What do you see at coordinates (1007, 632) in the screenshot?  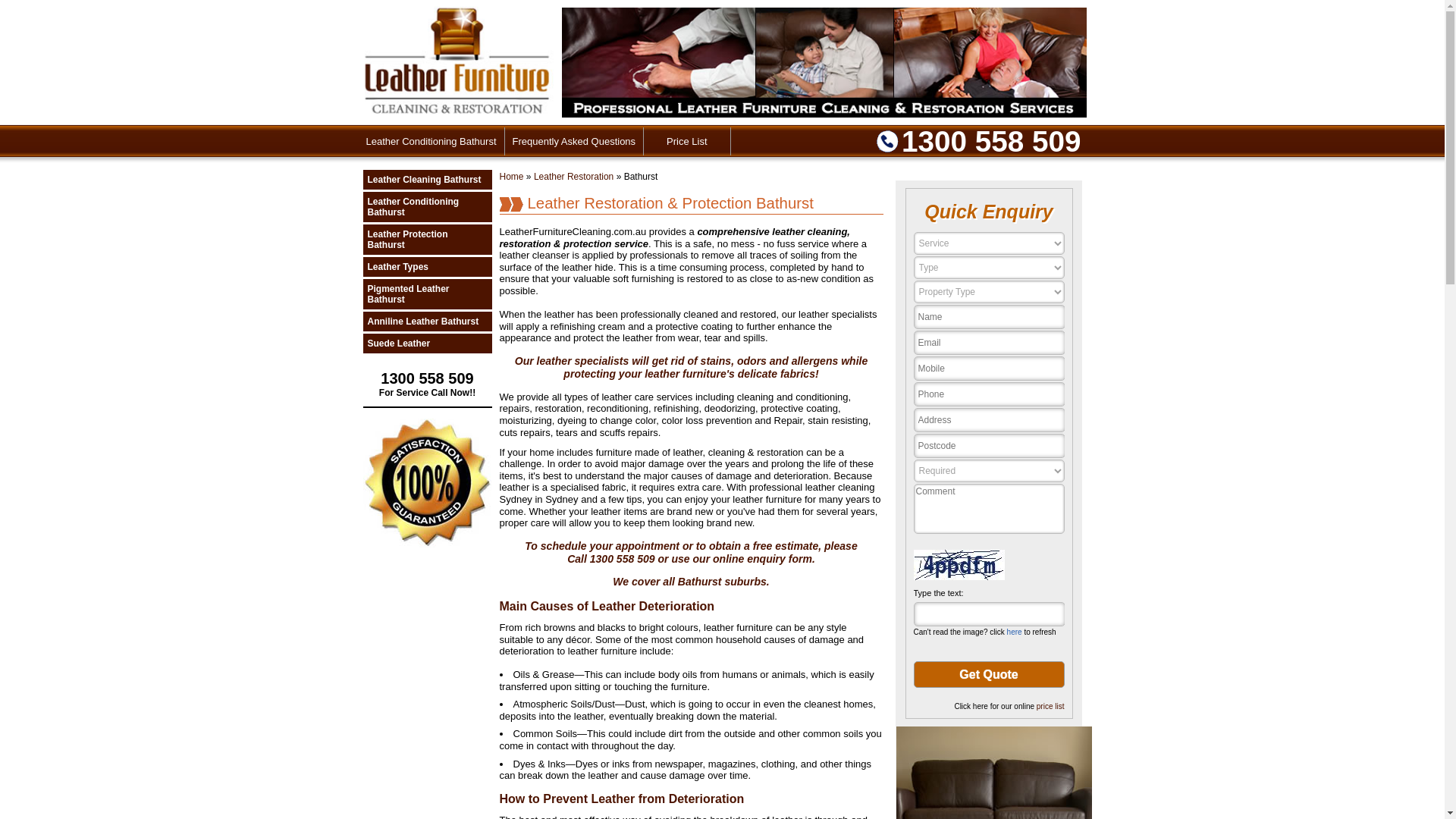 I see `'here'` at bounding box center [1007, 632].